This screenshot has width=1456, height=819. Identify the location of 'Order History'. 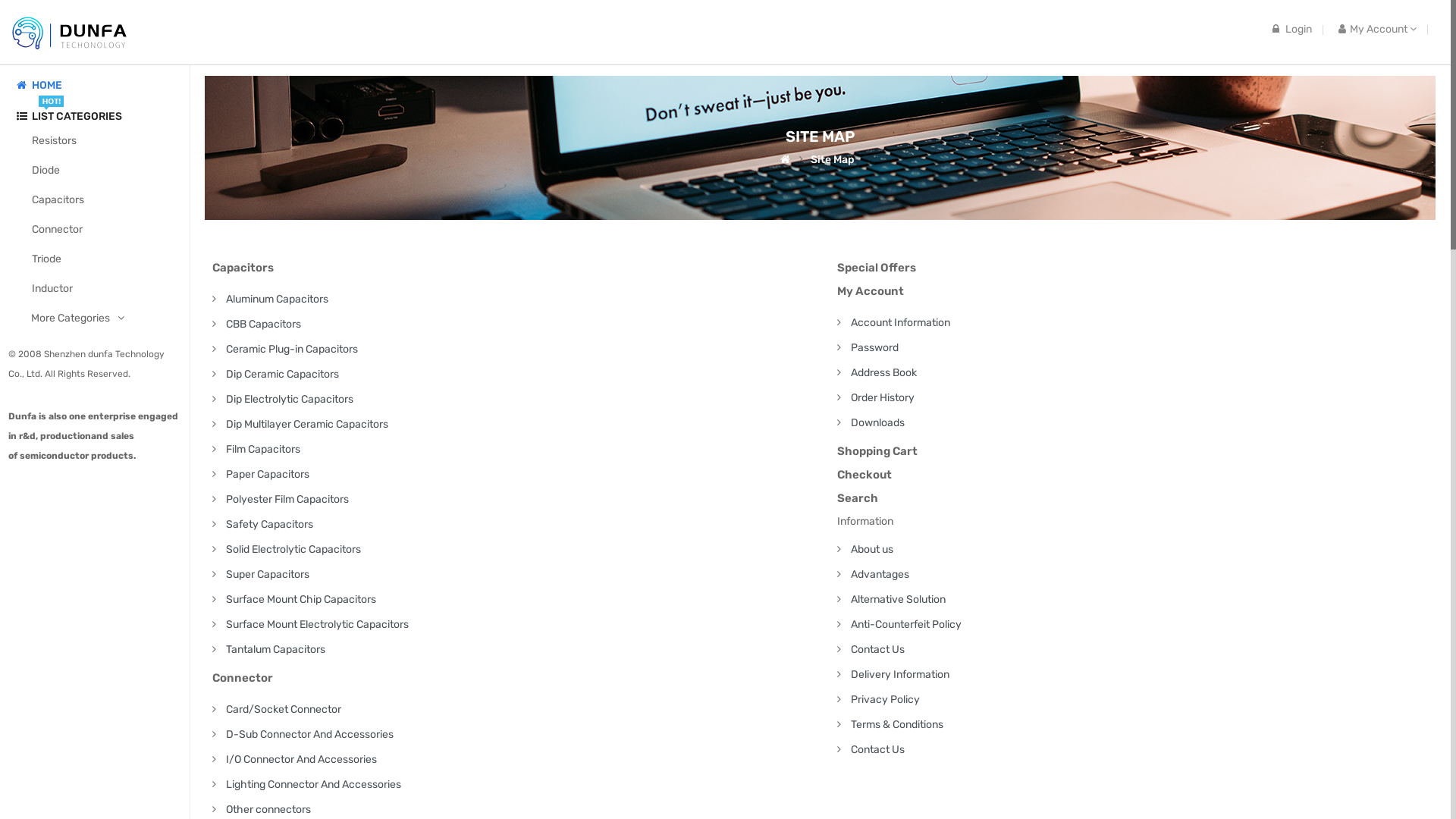
(851, 397).